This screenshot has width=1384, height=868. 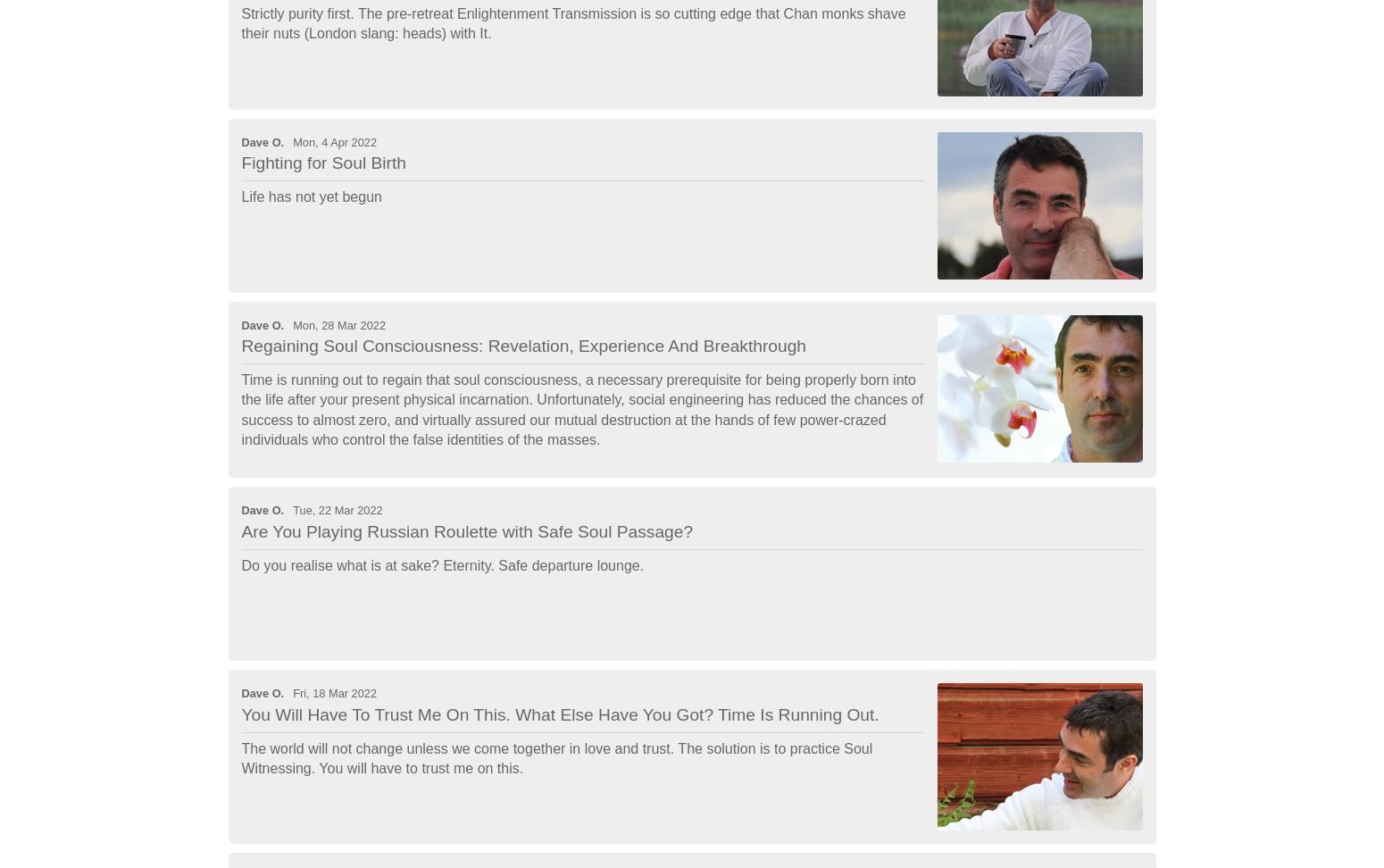 I want to click on 'Life has not yet begun', so click(x=241, y=195).